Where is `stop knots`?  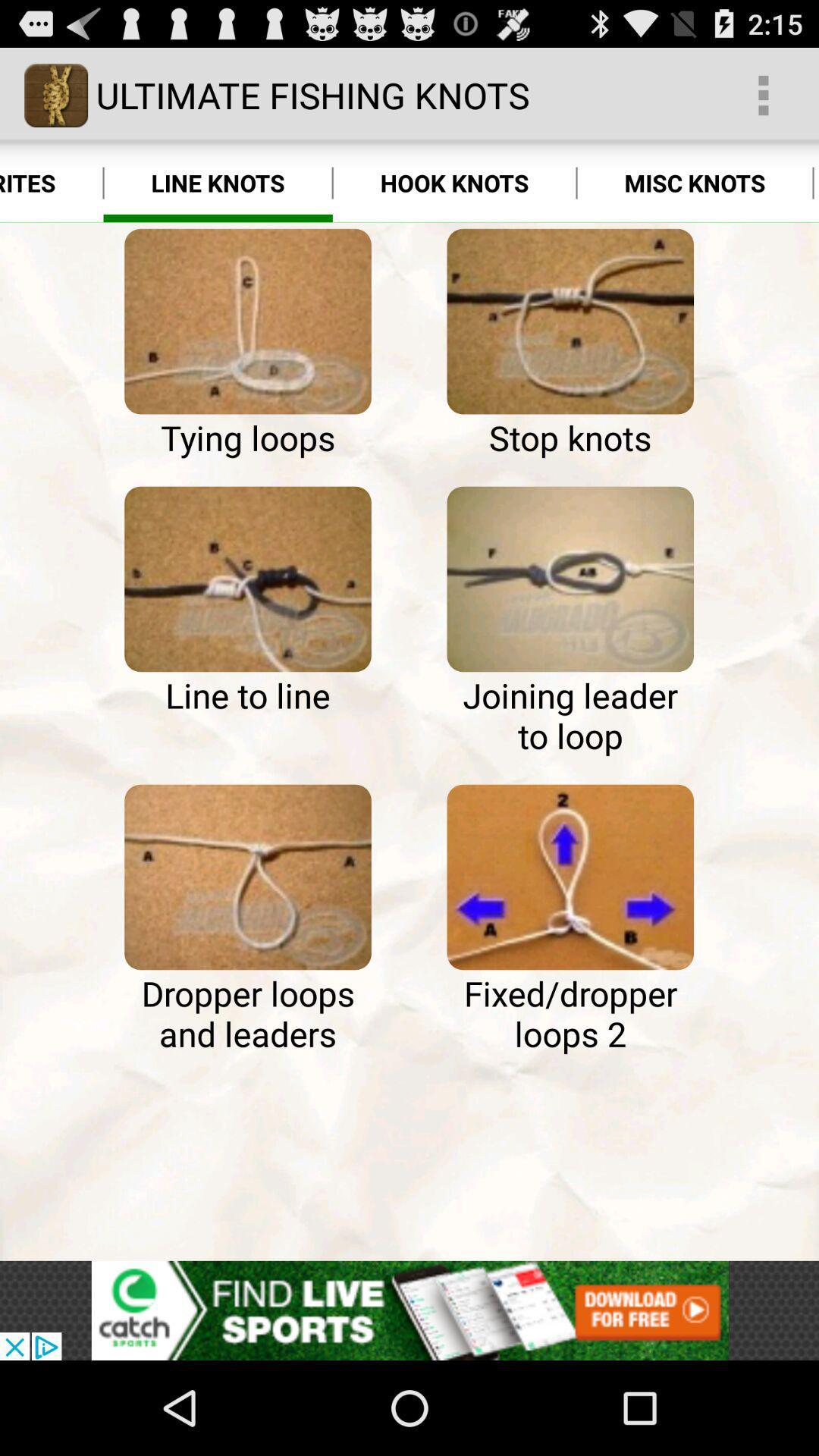 stop knots is located at coordinates (570, 321).